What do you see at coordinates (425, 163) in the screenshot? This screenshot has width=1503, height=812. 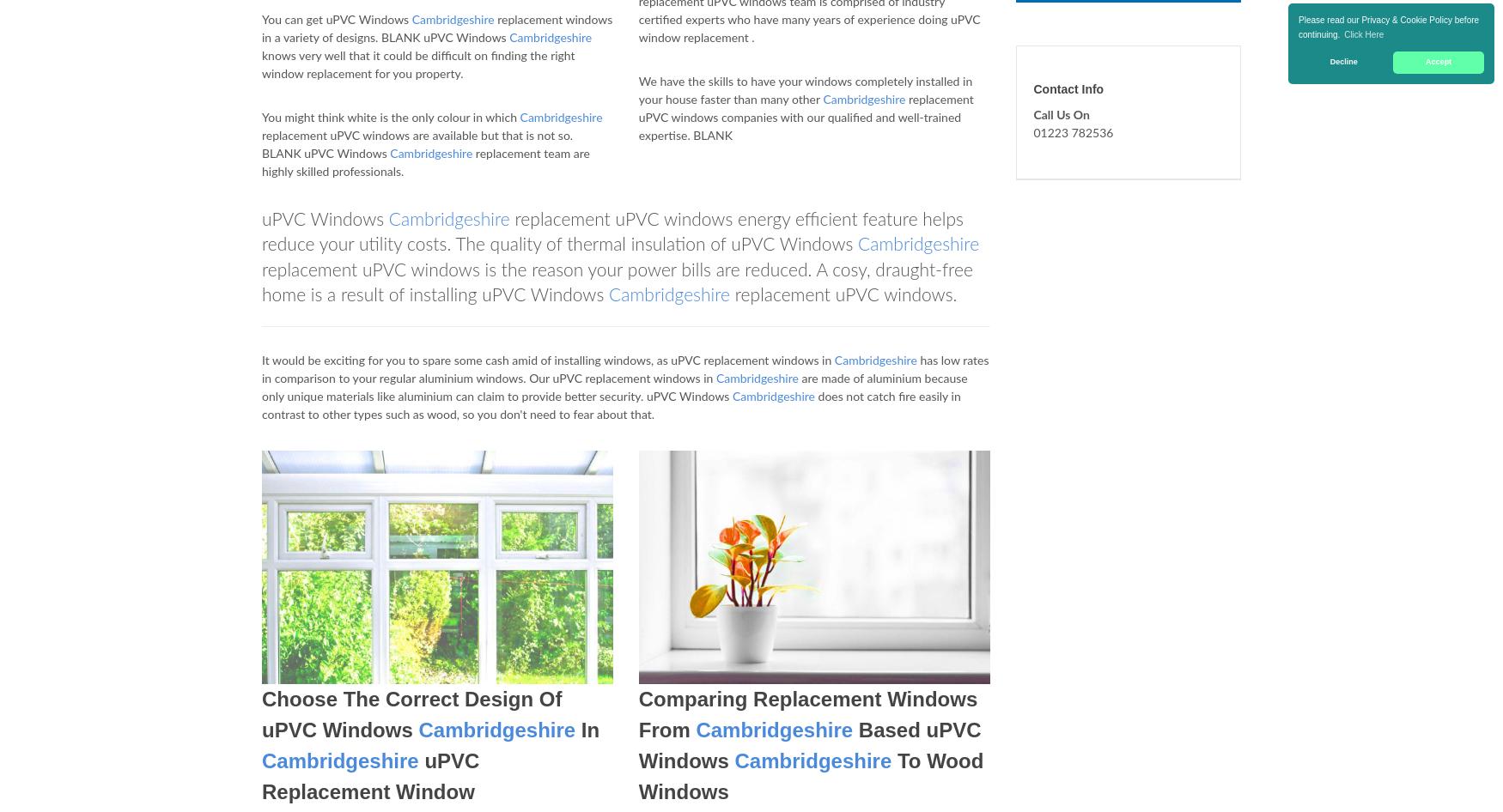 I see `'replacement team are highly skilled professionals.'` at bounding box center [425, 163].